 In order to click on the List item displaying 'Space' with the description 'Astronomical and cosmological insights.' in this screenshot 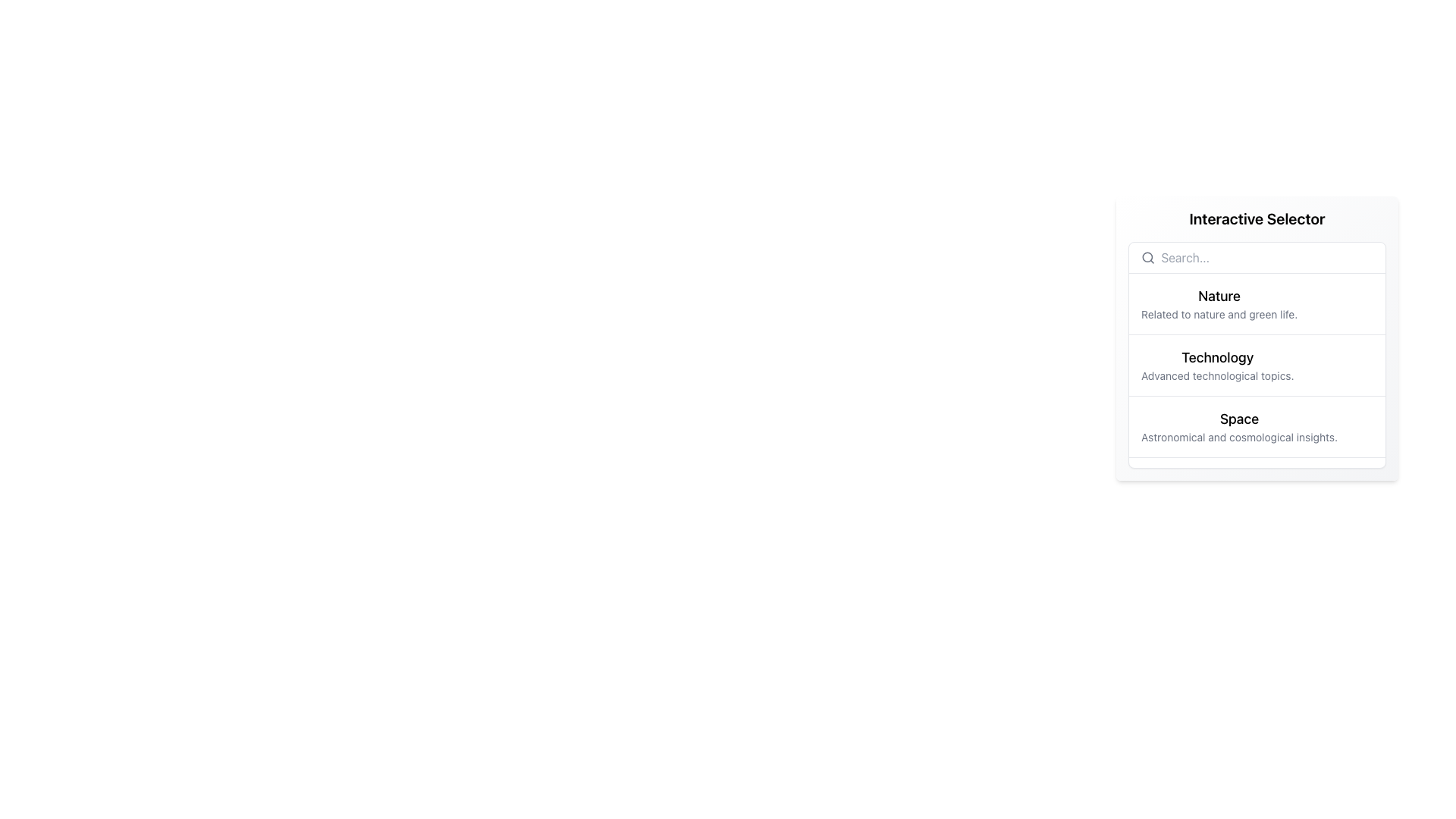, I will do `click(1239, 427)`.